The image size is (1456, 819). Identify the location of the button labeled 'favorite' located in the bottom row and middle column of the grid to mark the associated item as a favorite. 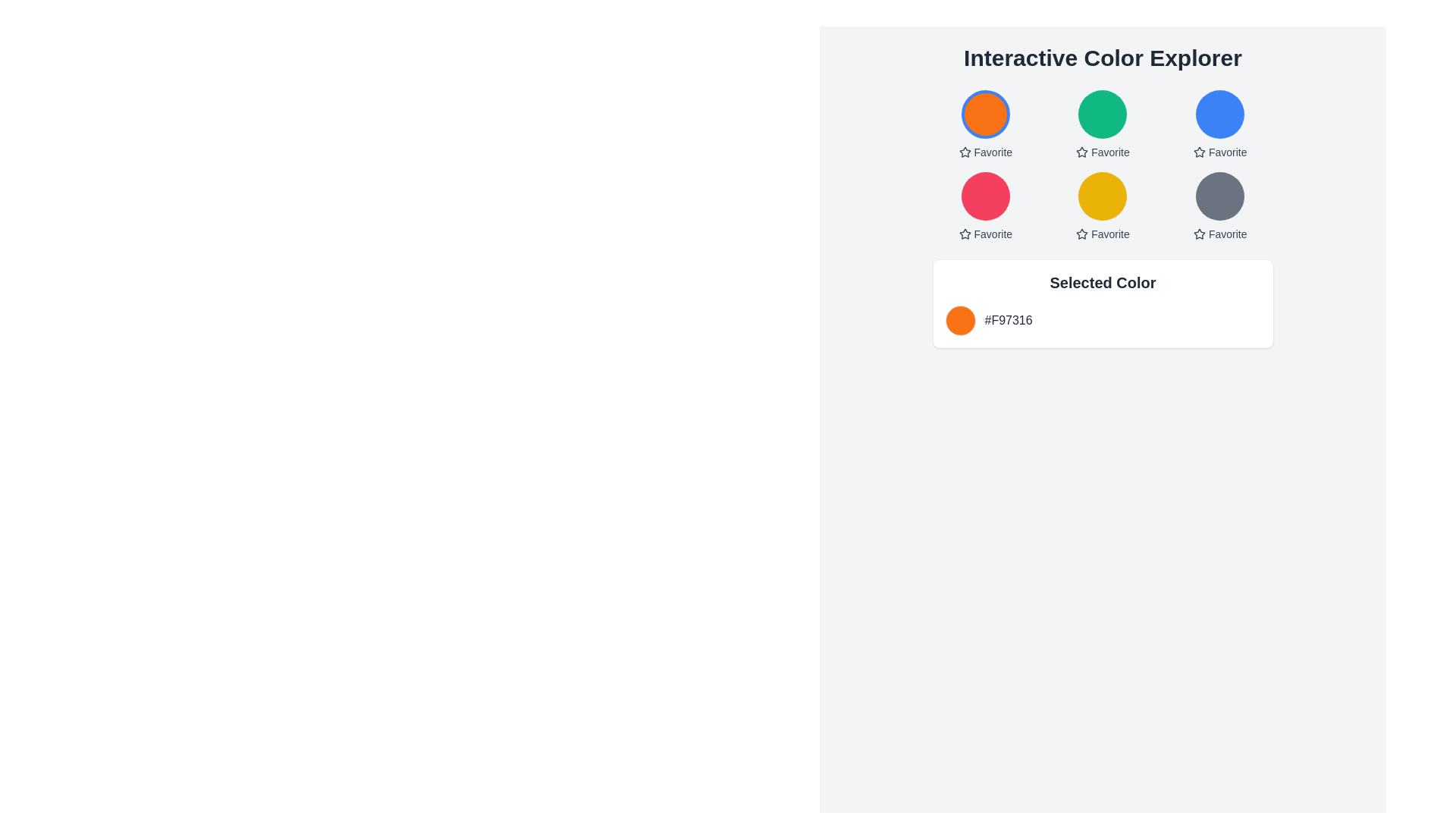
(1103, 207).